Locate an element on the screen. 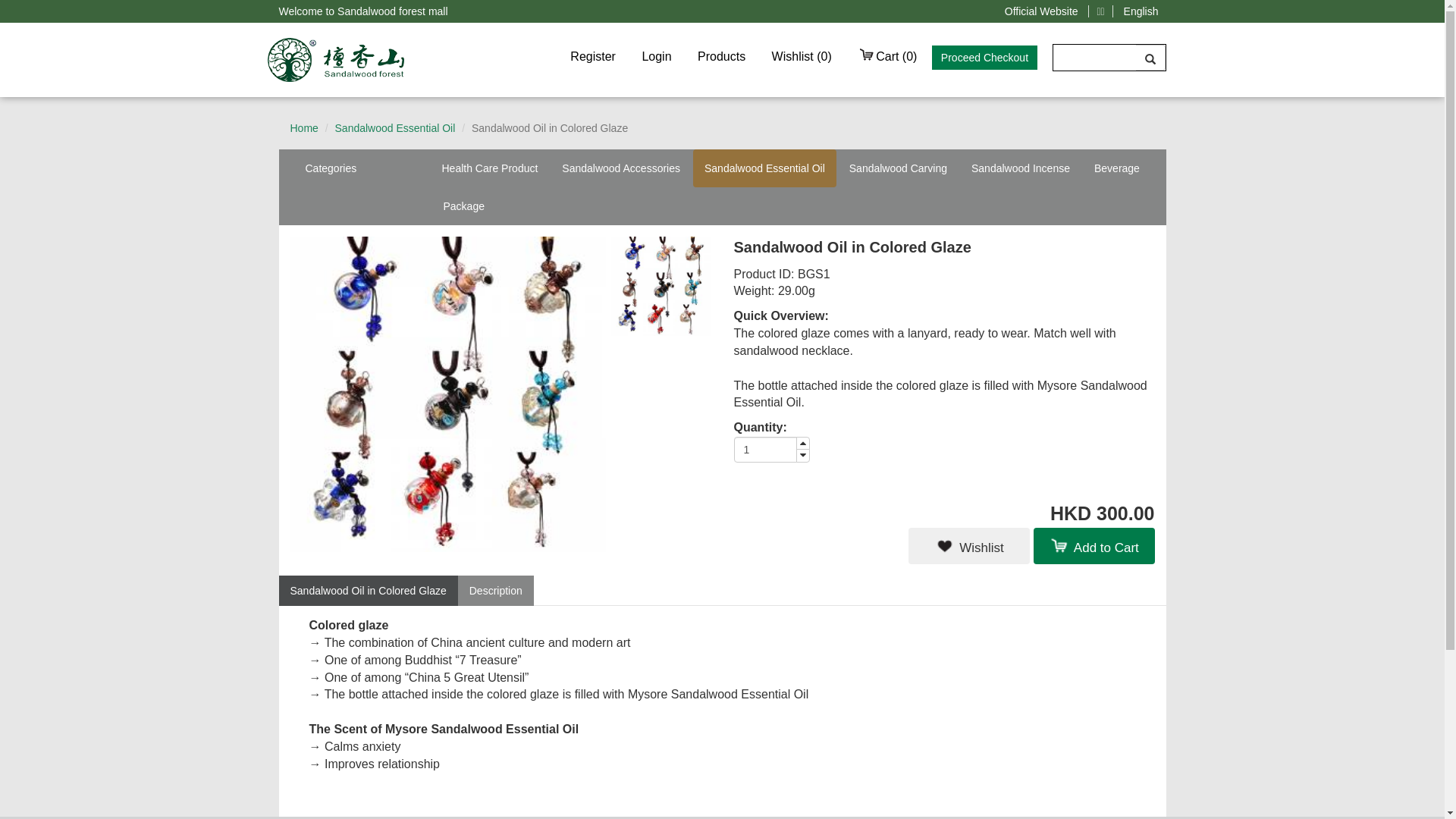 The height and width of the screenshot is (819, 1456). 'English' is located at coordinates (1141, 11).